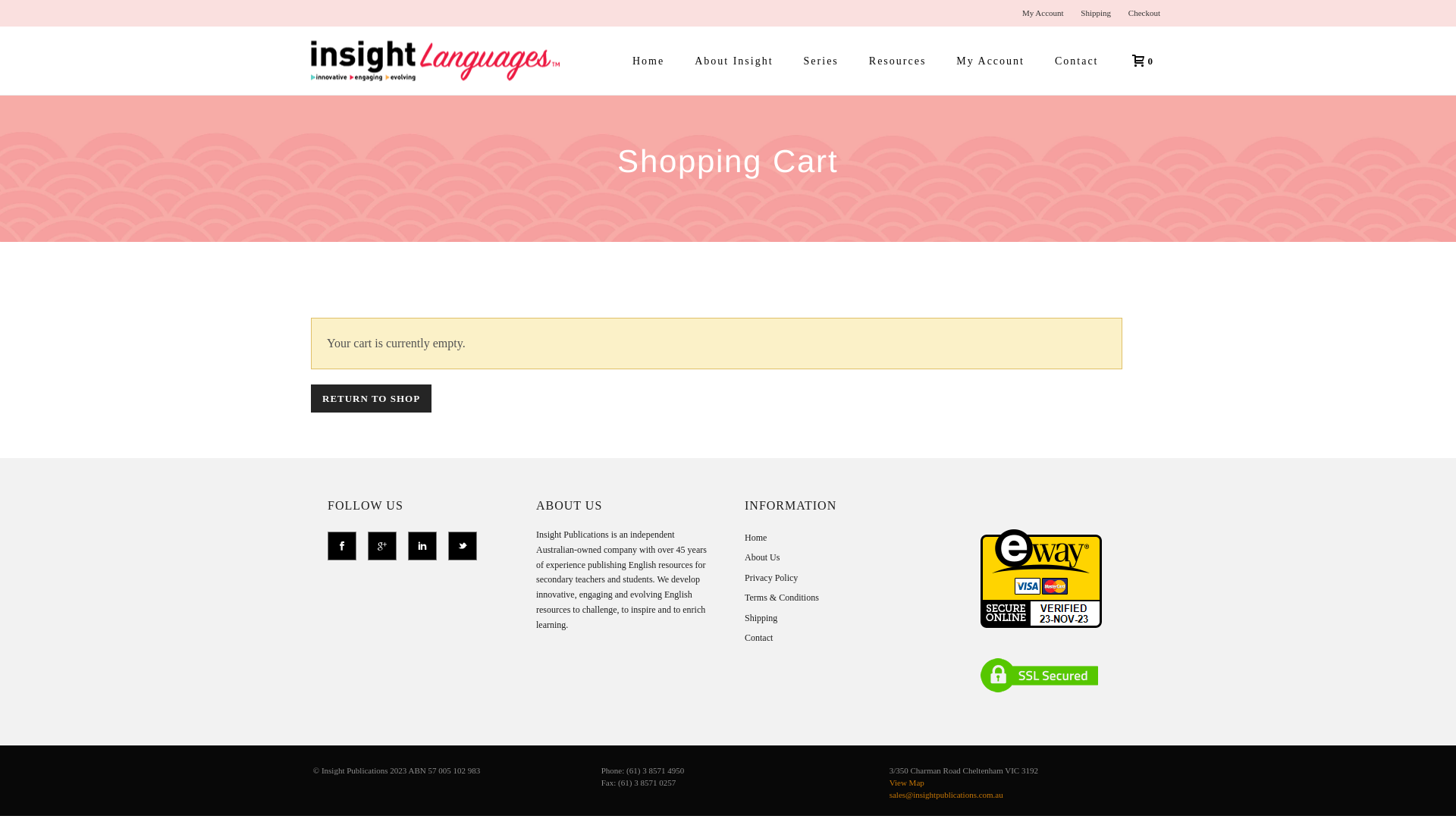  Describe the element at coordinates (679, 61) in the screenshot. I see `'About Insight'` at that location.